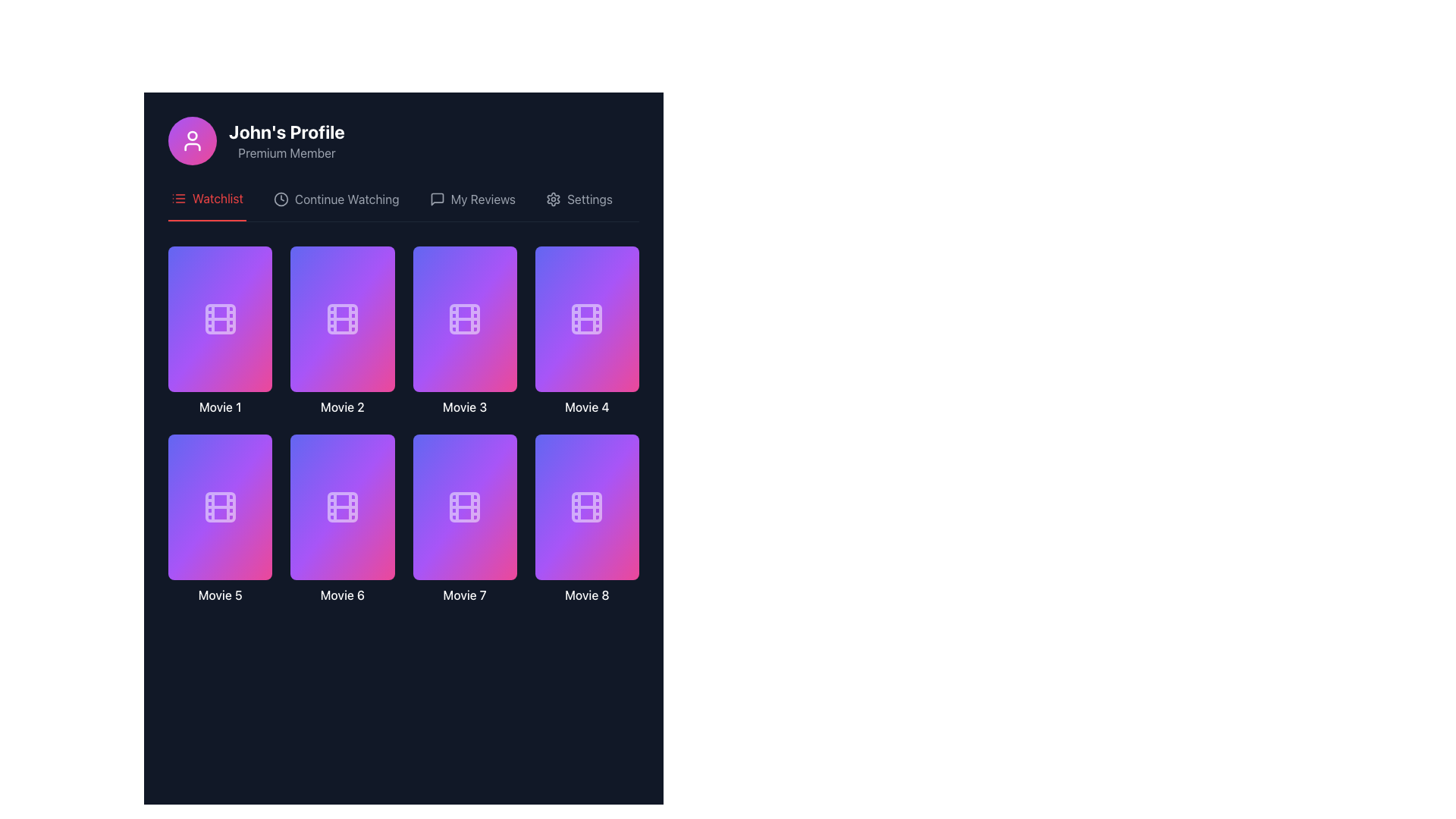  What do you see at coordinates (587, 500) in the screenshot?
I see `the triangular 'play' icon located in the bottom-right section of the eighth movie card in the grid layout to receive feedback` at bounding box center [587, 500].